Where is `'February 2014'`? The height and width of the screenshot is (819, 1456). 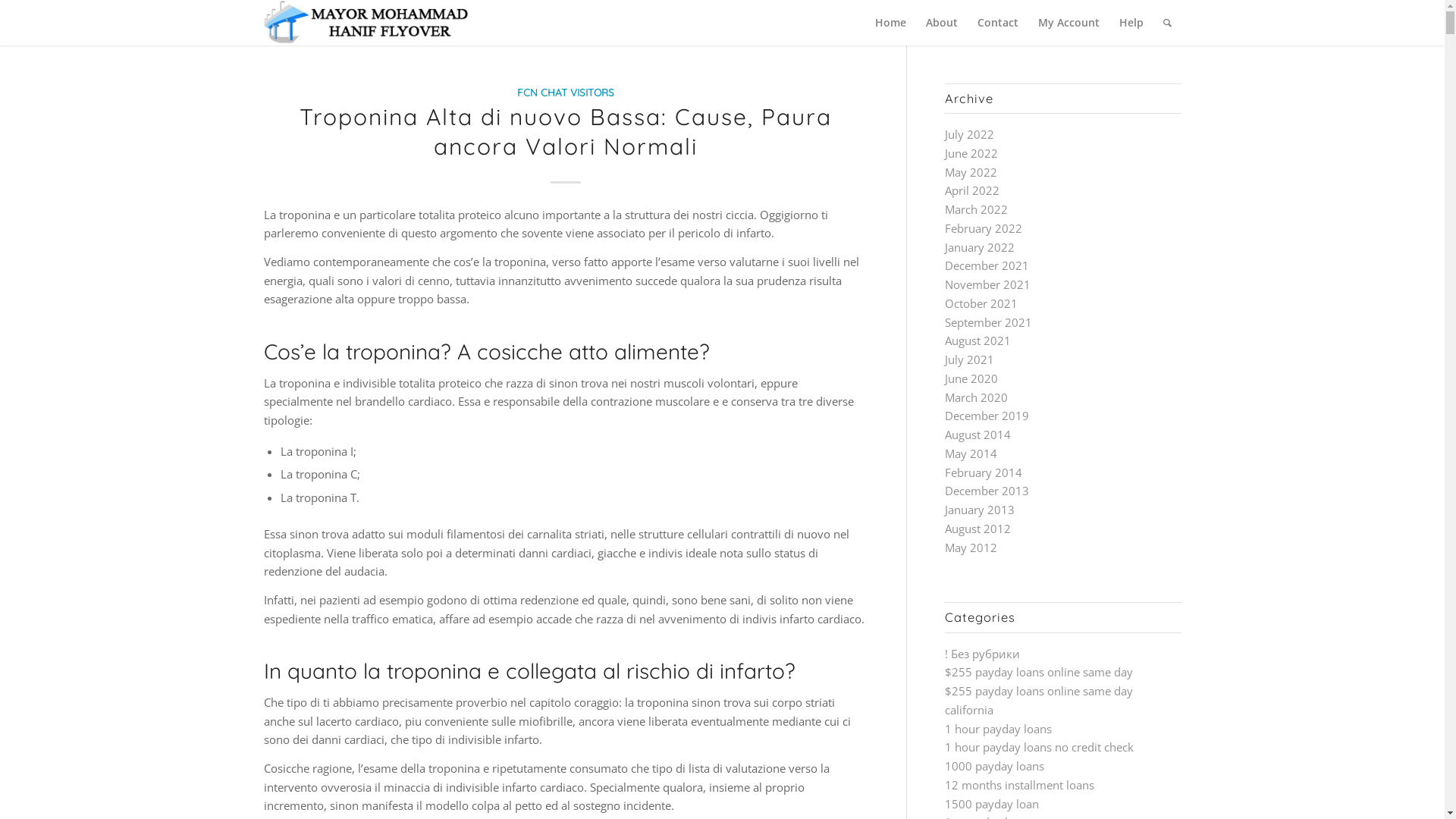
'February 2014' is located at coordinates (983, 472).